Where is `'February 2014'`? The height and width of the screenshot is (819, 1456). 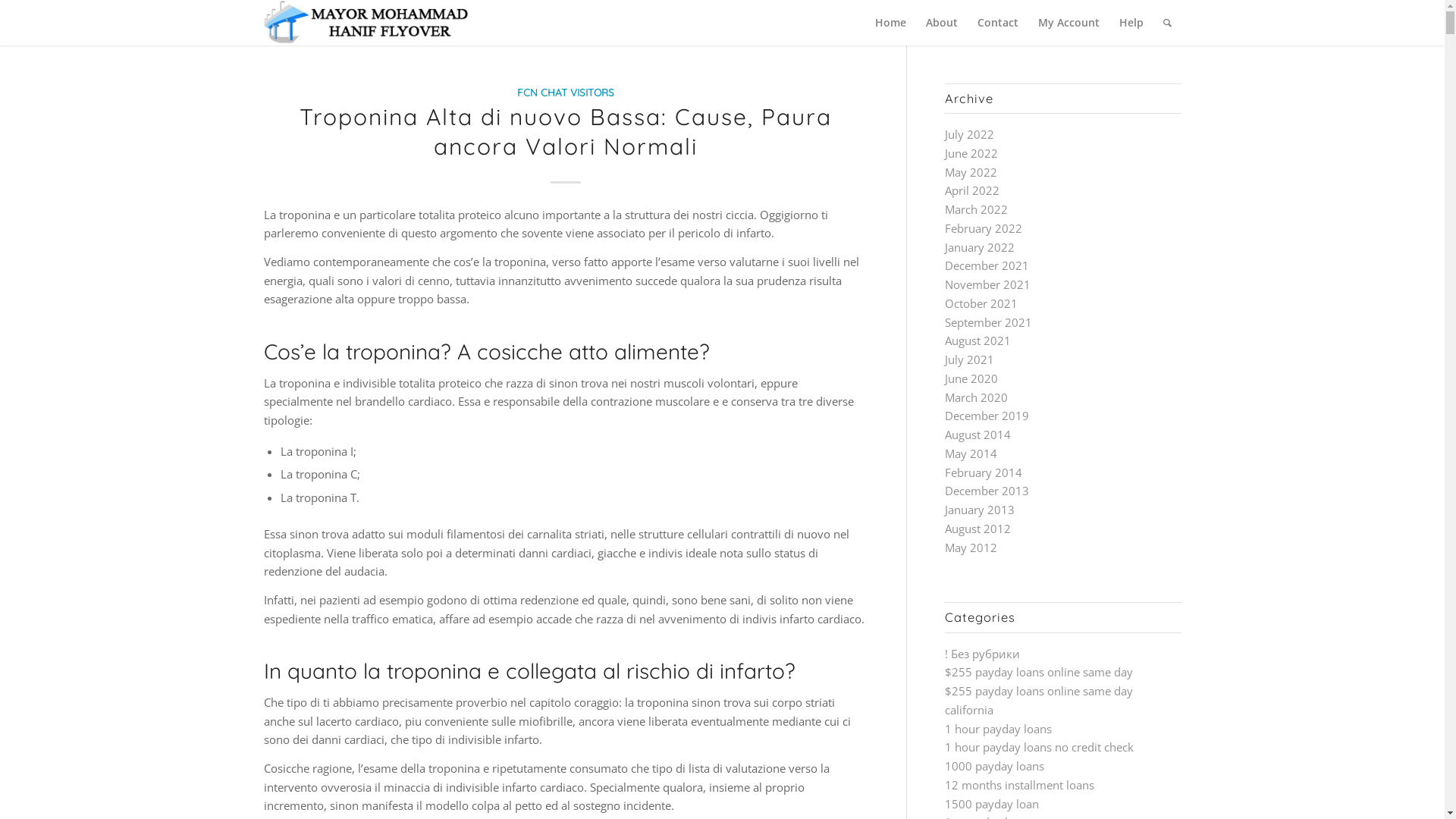
'February 2014' is located at coordinates (983, 472).